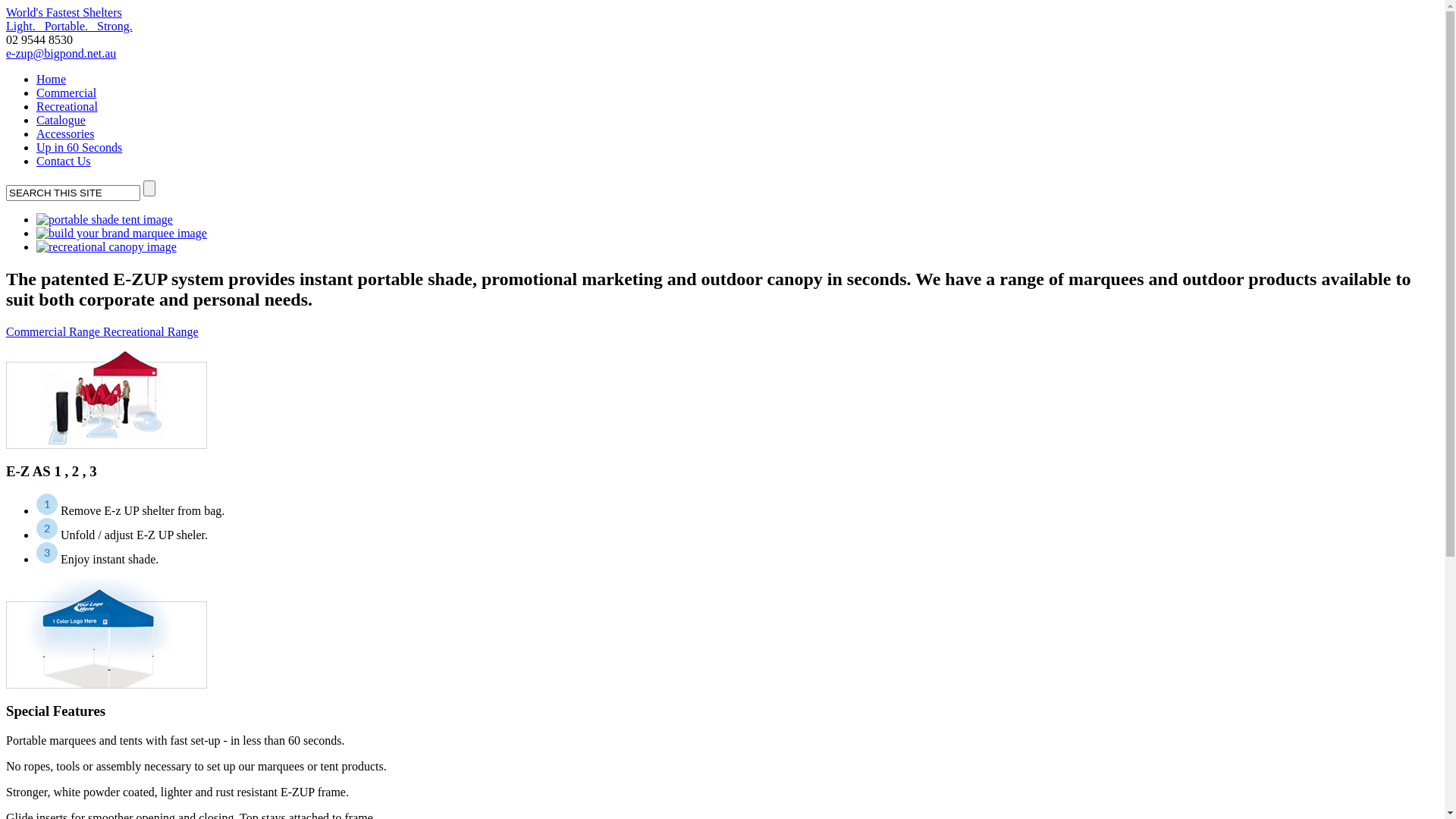 Image resolution: width=1456 pixels, height=819 pixels. I want to click on 'Home', so click(51, 79).